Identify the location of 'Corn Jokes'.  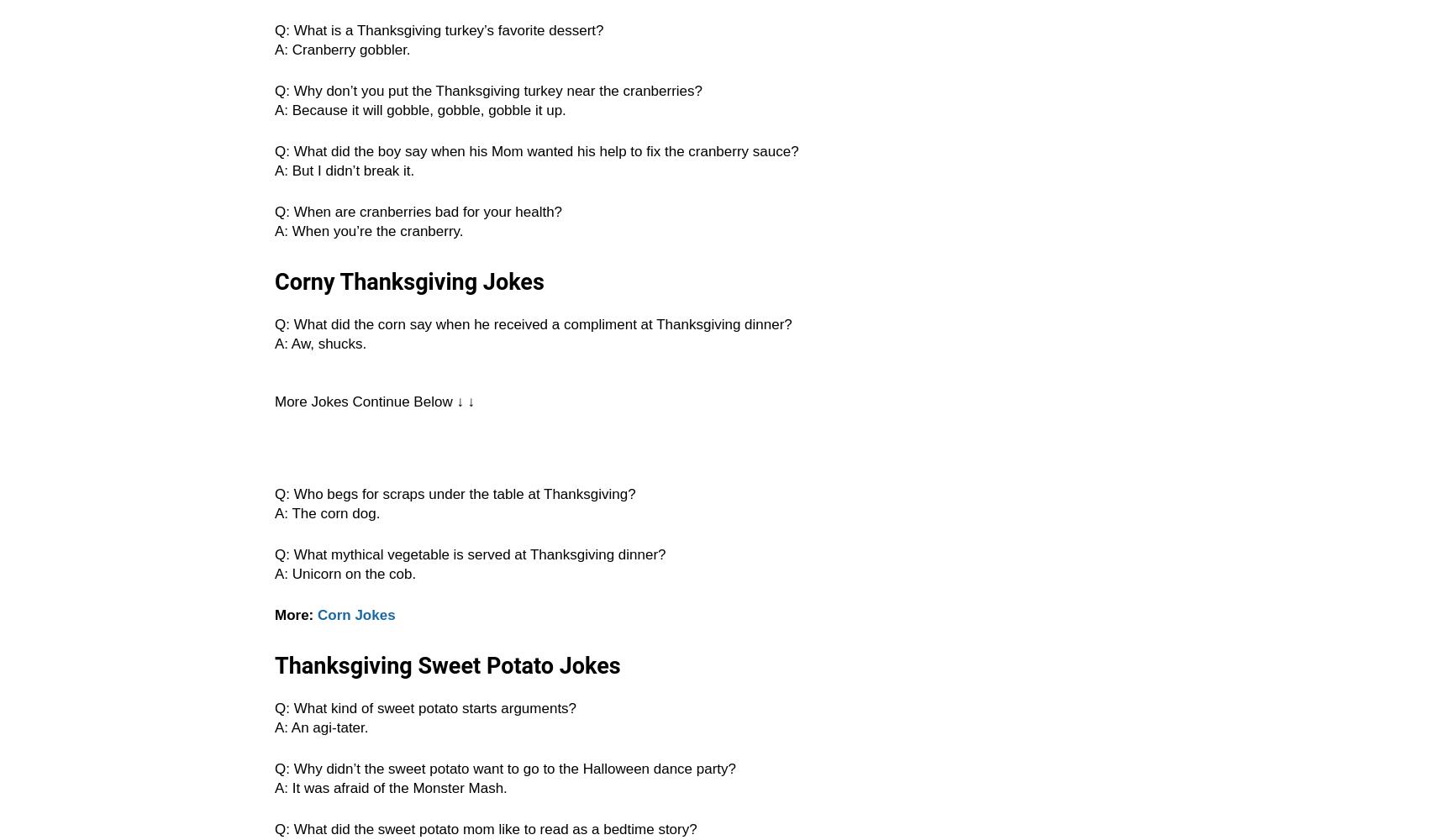
(317, 614).